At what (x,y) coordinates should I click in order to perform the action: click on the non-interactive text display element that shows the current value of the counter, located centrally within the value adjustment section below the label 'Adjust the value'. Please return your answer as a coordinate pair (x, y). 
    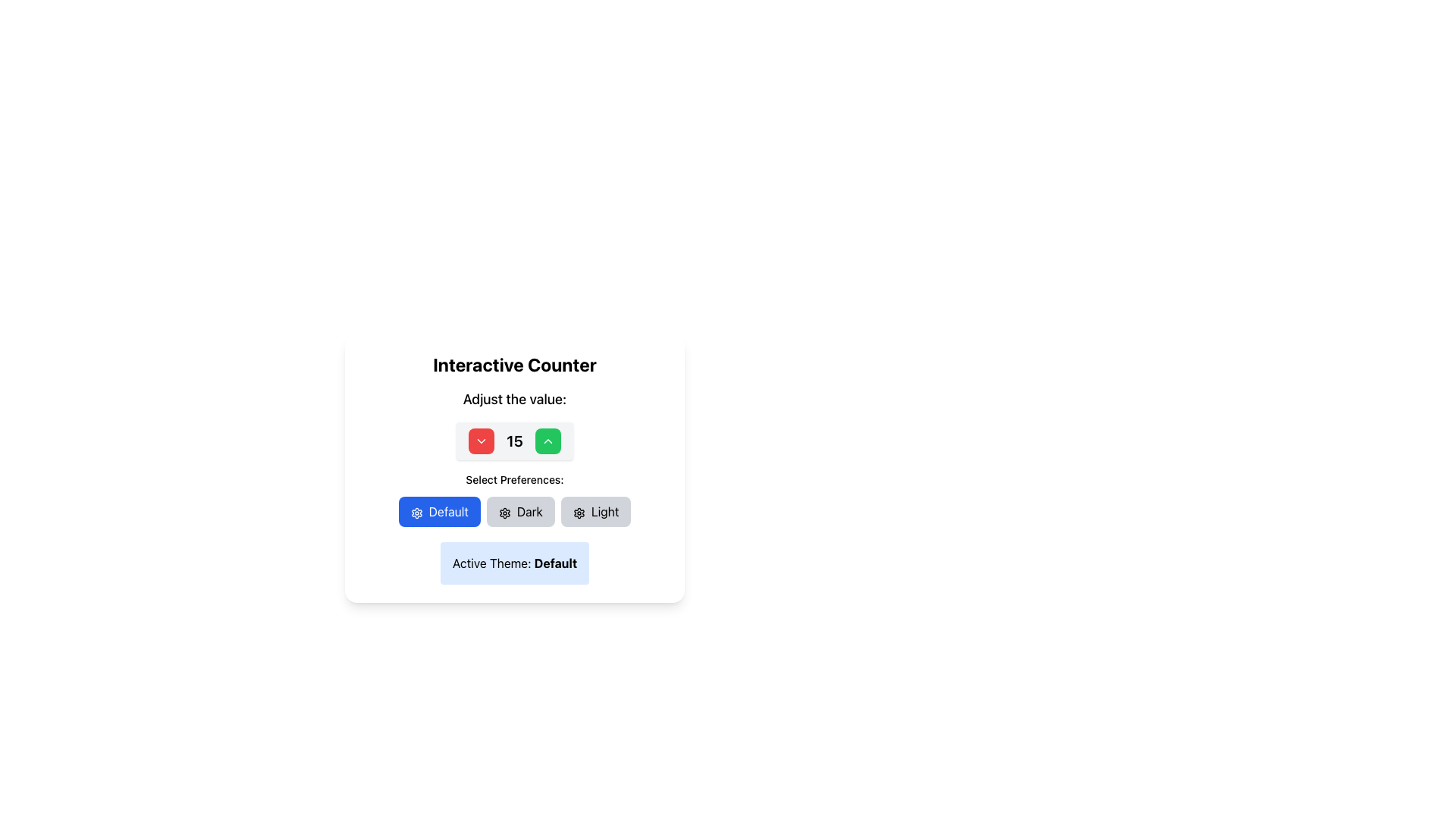
    Looking at the image, I should click on (514, 441).